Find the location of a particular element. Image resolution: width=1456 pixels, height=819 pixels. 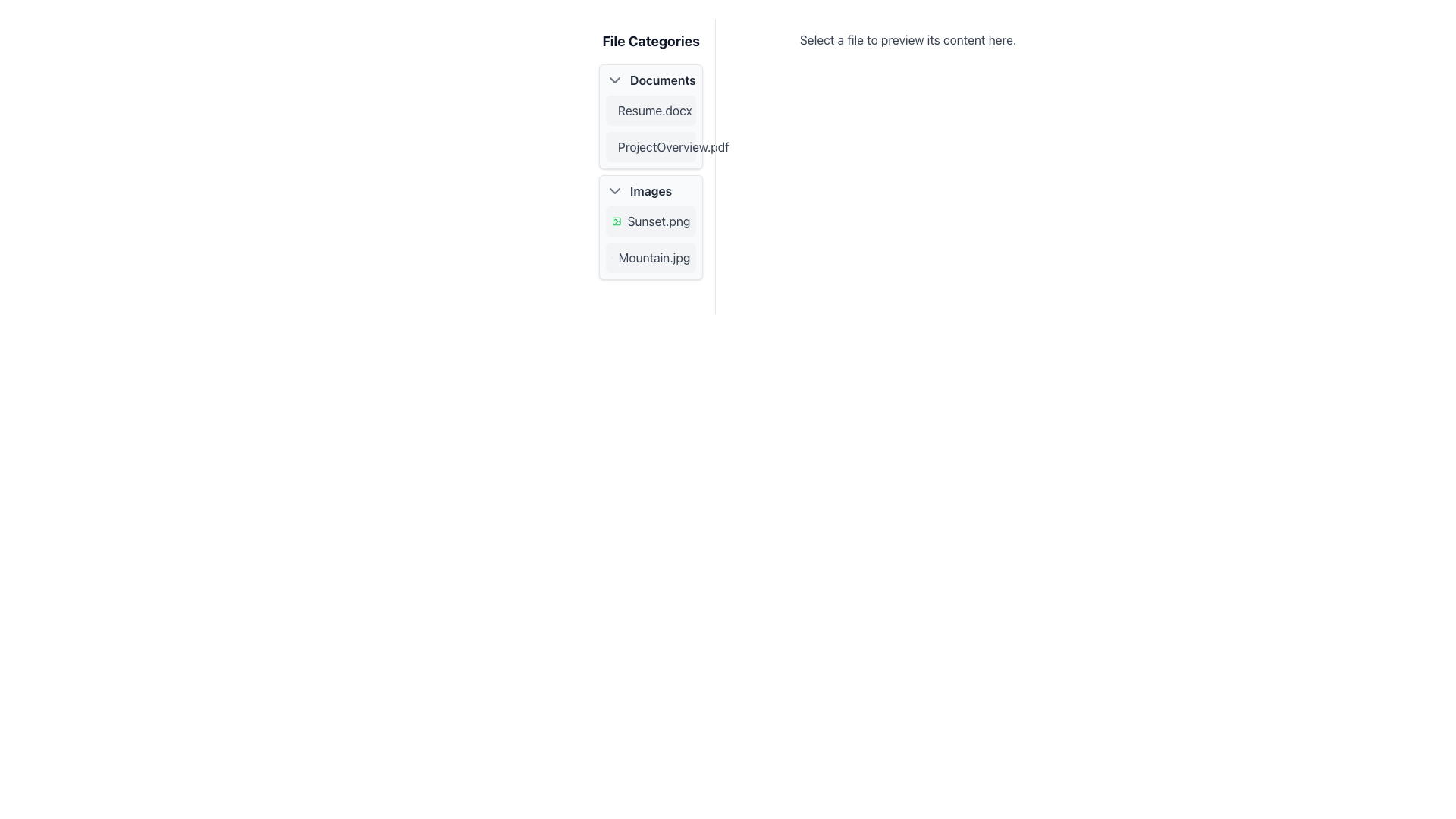

the instructional text label that guides users to select a file for preview, located at the top-center of the right panel is located at coordinates (908, 39).